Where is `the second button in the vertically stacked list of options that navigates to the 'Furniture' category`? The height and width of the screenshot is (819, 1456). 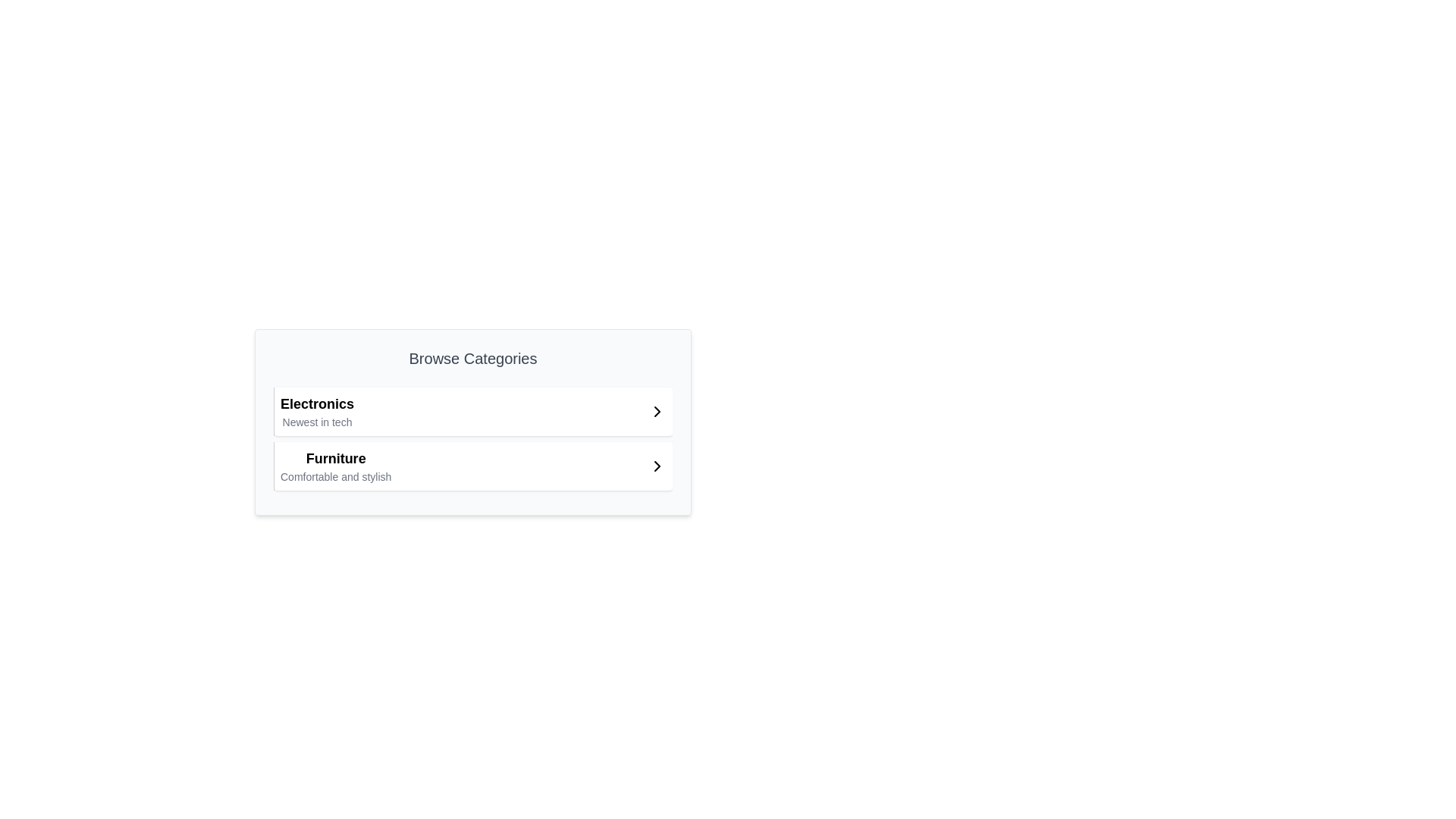
the second button in the vertically stacked list of options that navigates to the 'Furniture' category is located at coordinates (472, 465).